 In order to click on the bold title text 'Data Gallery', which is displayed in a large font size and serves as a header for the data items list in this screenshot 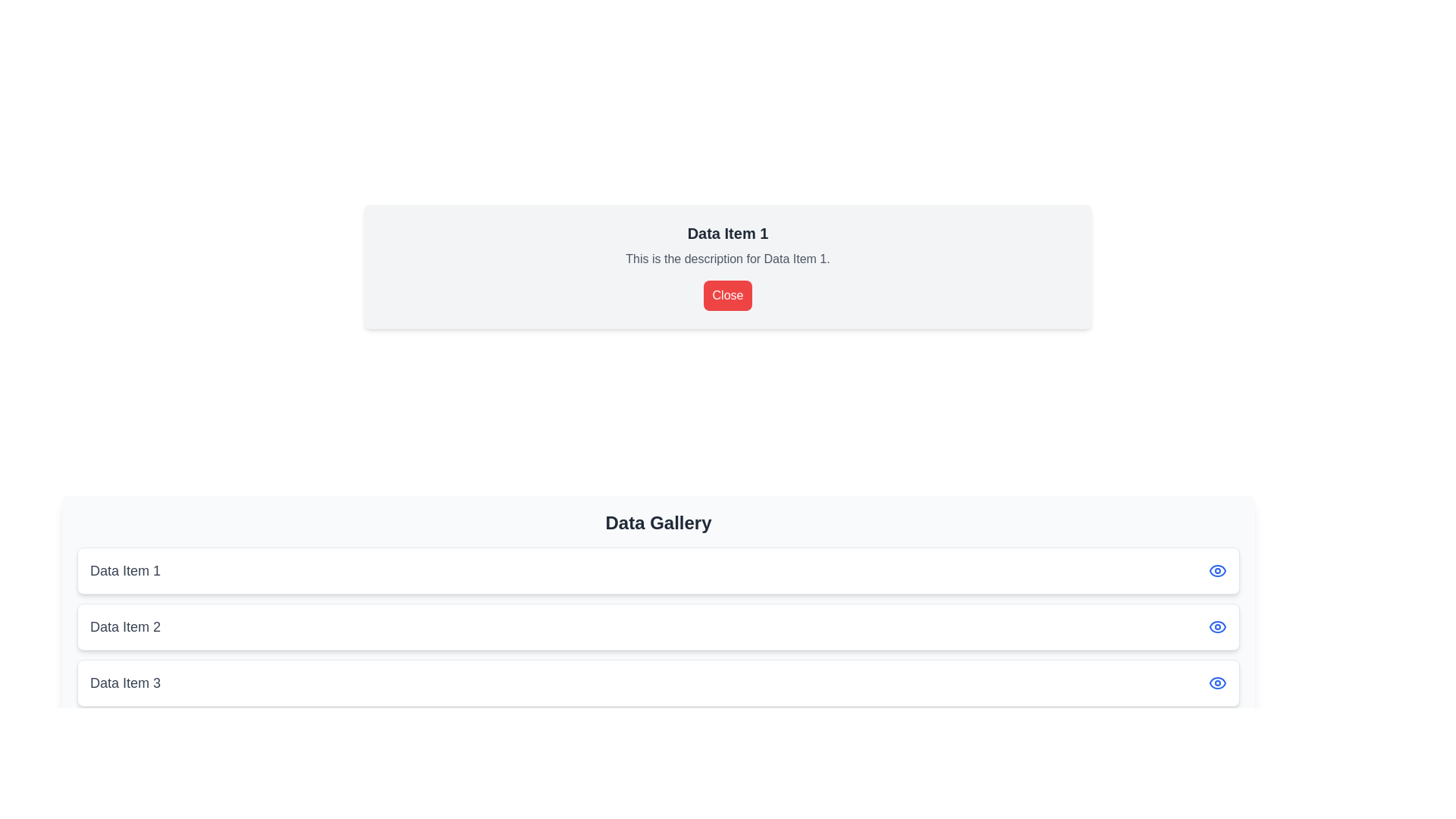, I will do `click(658, 522)`.